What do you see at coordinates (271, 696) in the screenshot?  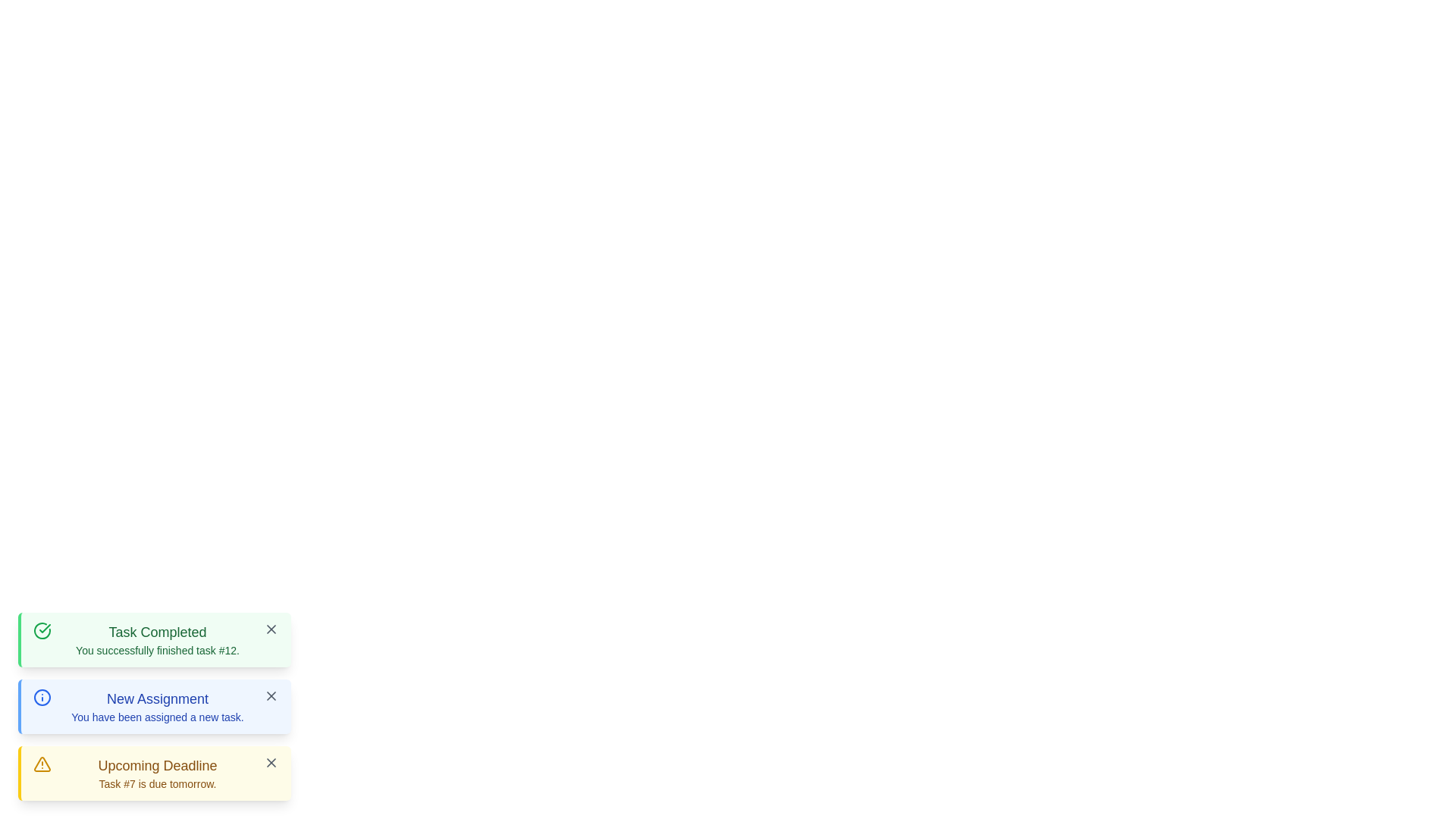 I see `the upper diagonal line of the cross icon within the blue notification card labeled 'New Assignment'` at bounding box center [271, 696].